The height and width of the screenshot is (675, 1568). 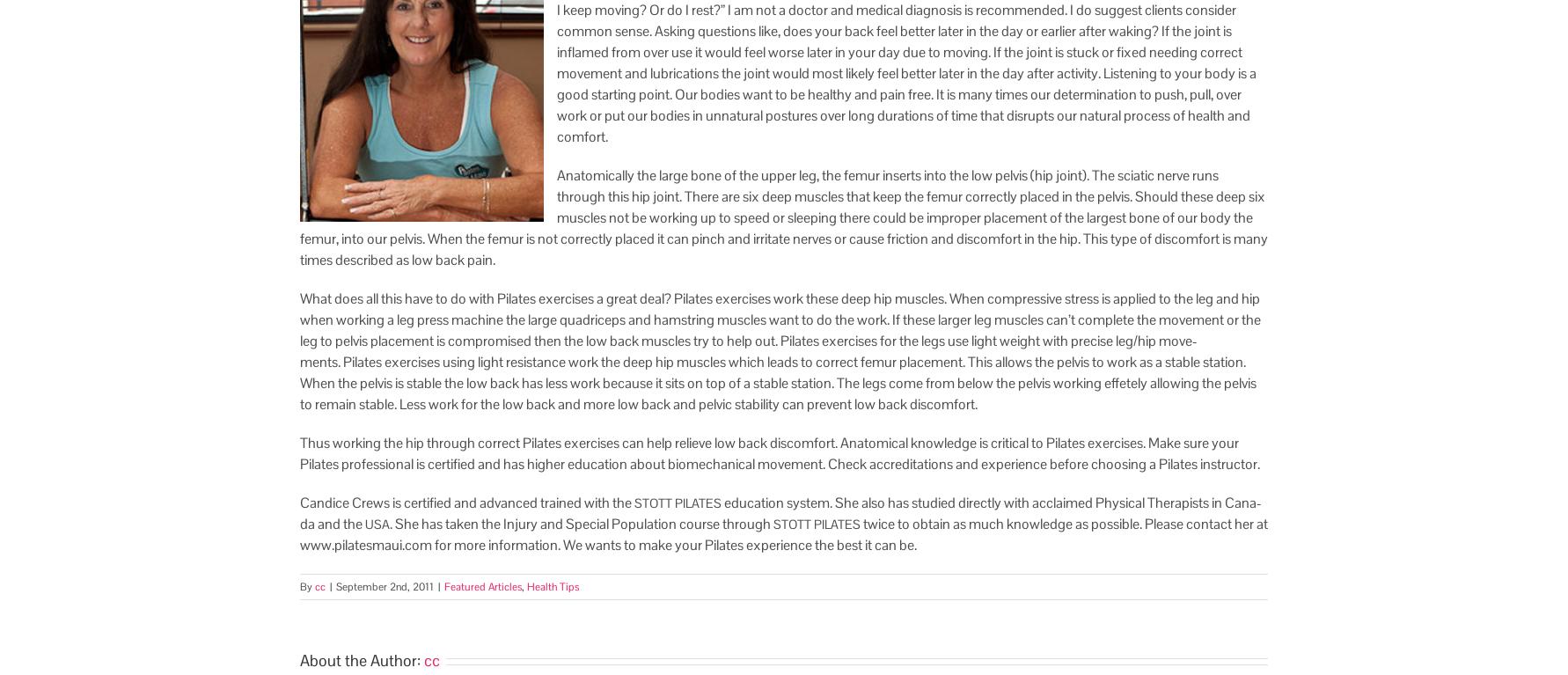 What do you see at coordinates (390, 524) in the screenshot?
I see `'. She has tak­en the Injury and Spe­cial Pop­u­la­tion course through'` at bounding box center [390, 524].